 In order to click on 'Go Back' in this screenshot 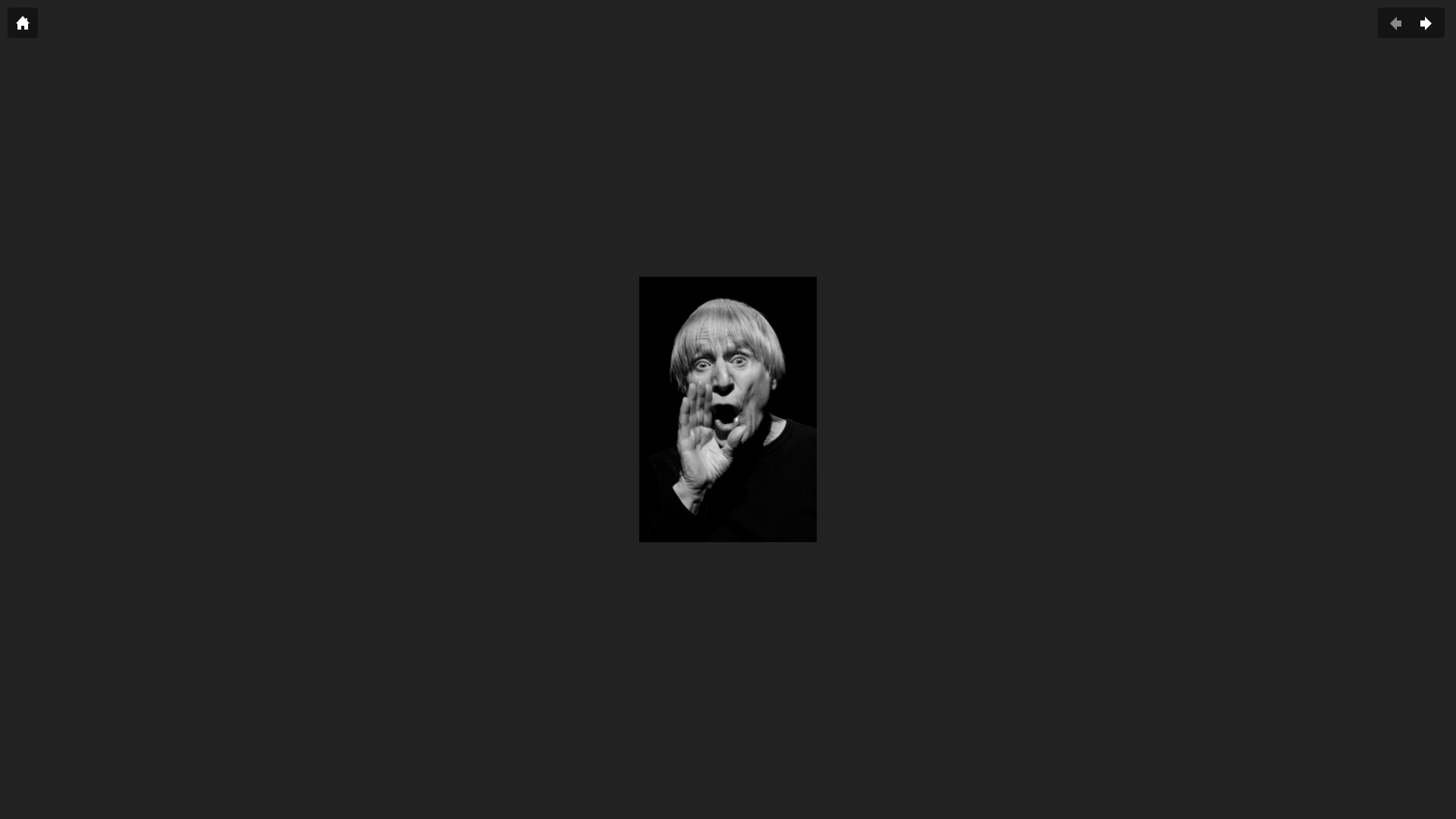, I will do `click(22, 23)`.